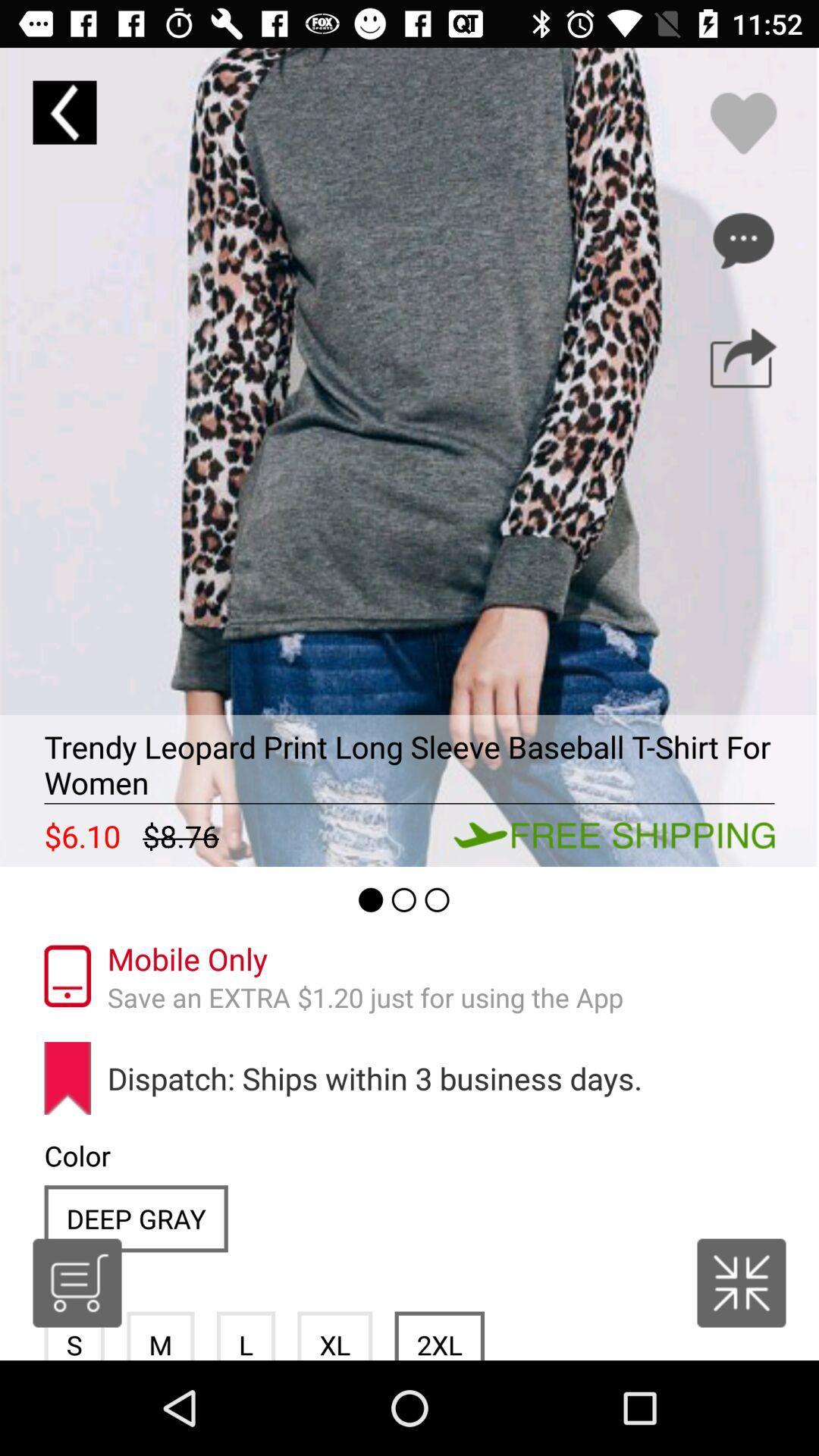  Describe the element at coordinates (409, 457) in the screenshot. I see `click on the photo` at that location.